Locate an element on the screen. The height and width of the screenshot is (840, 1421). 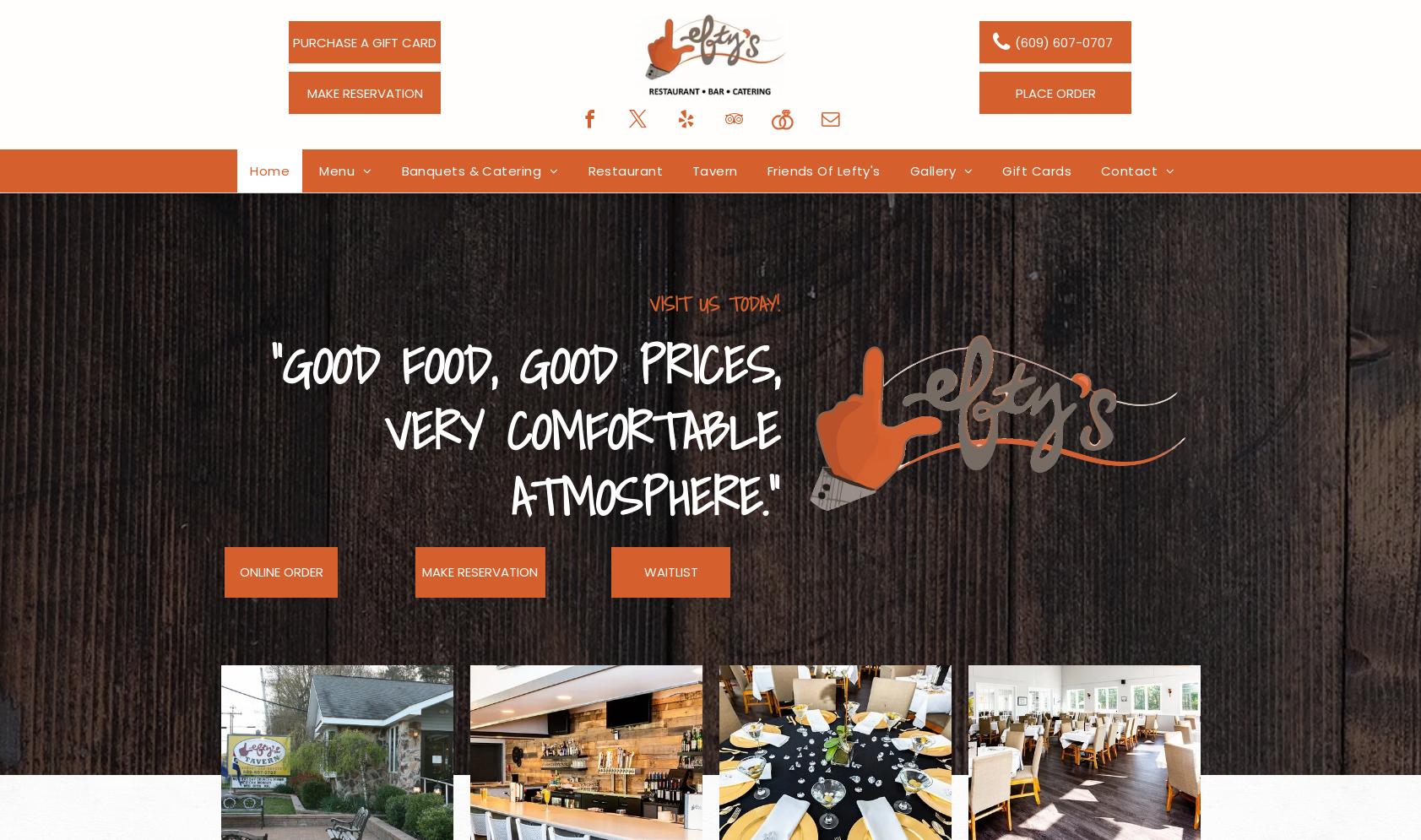
'Home' is located at coordinates (269, 170).